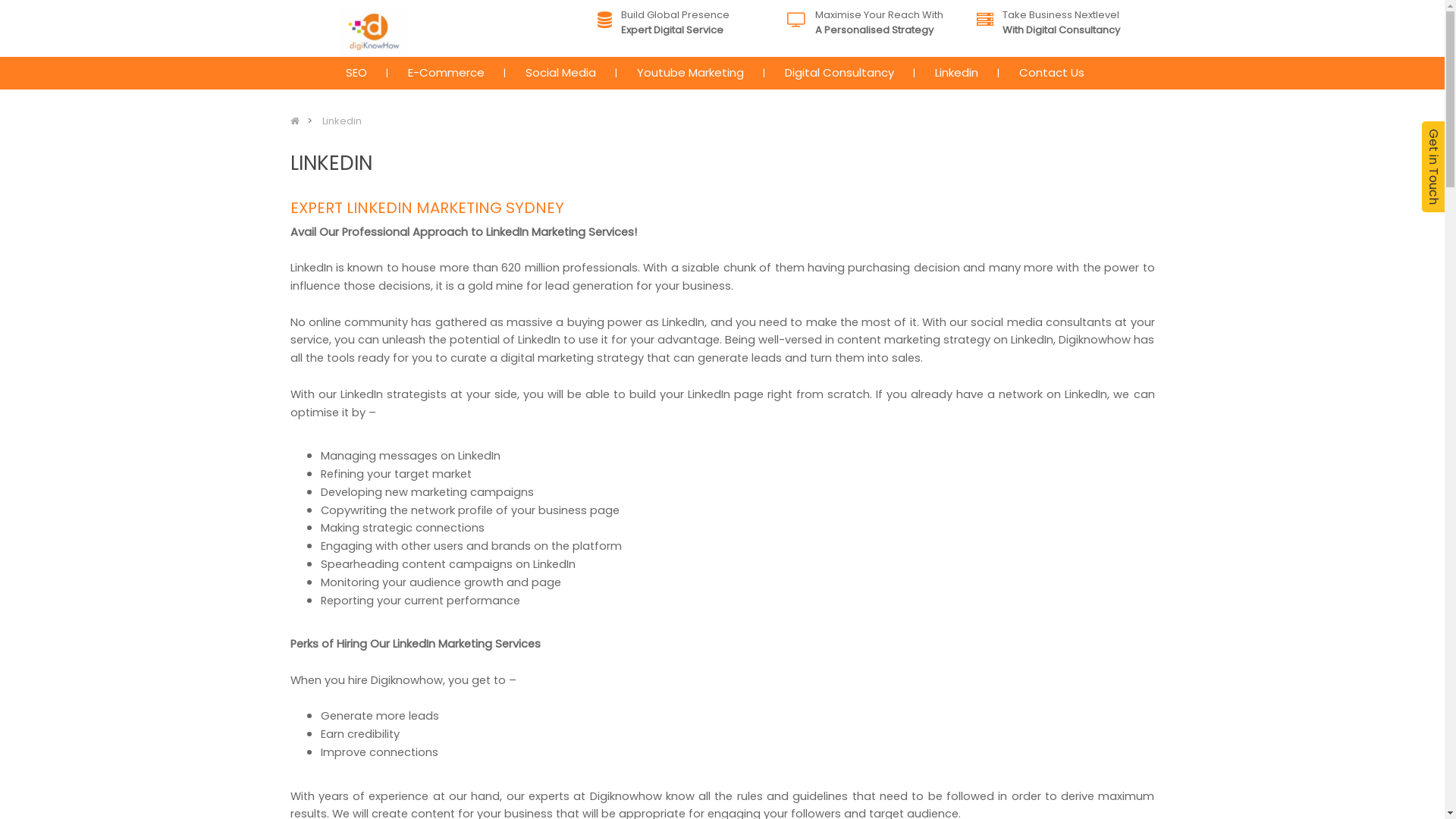 This screenshot has width=1456, height=819. I want to click on 'Youtube Marketing', so click(689, 73).